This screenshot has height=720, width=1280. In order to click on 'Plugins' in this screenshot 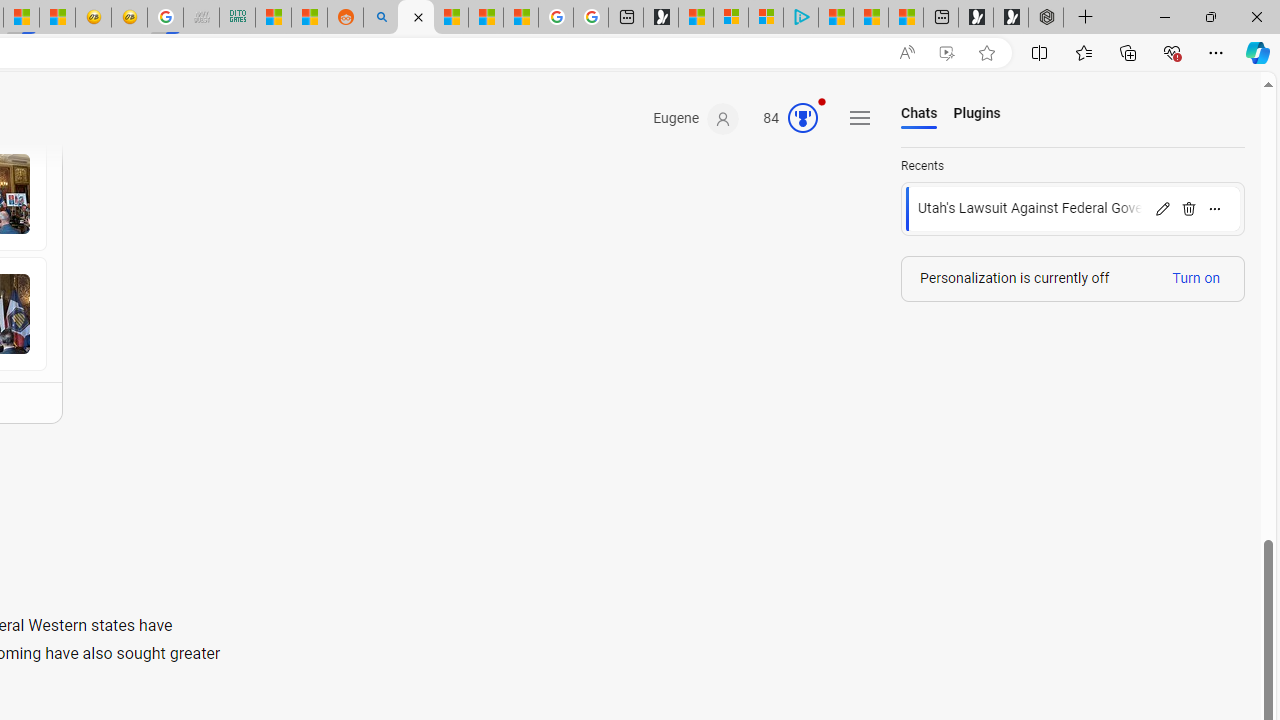, I will do `click(977, 114)`.